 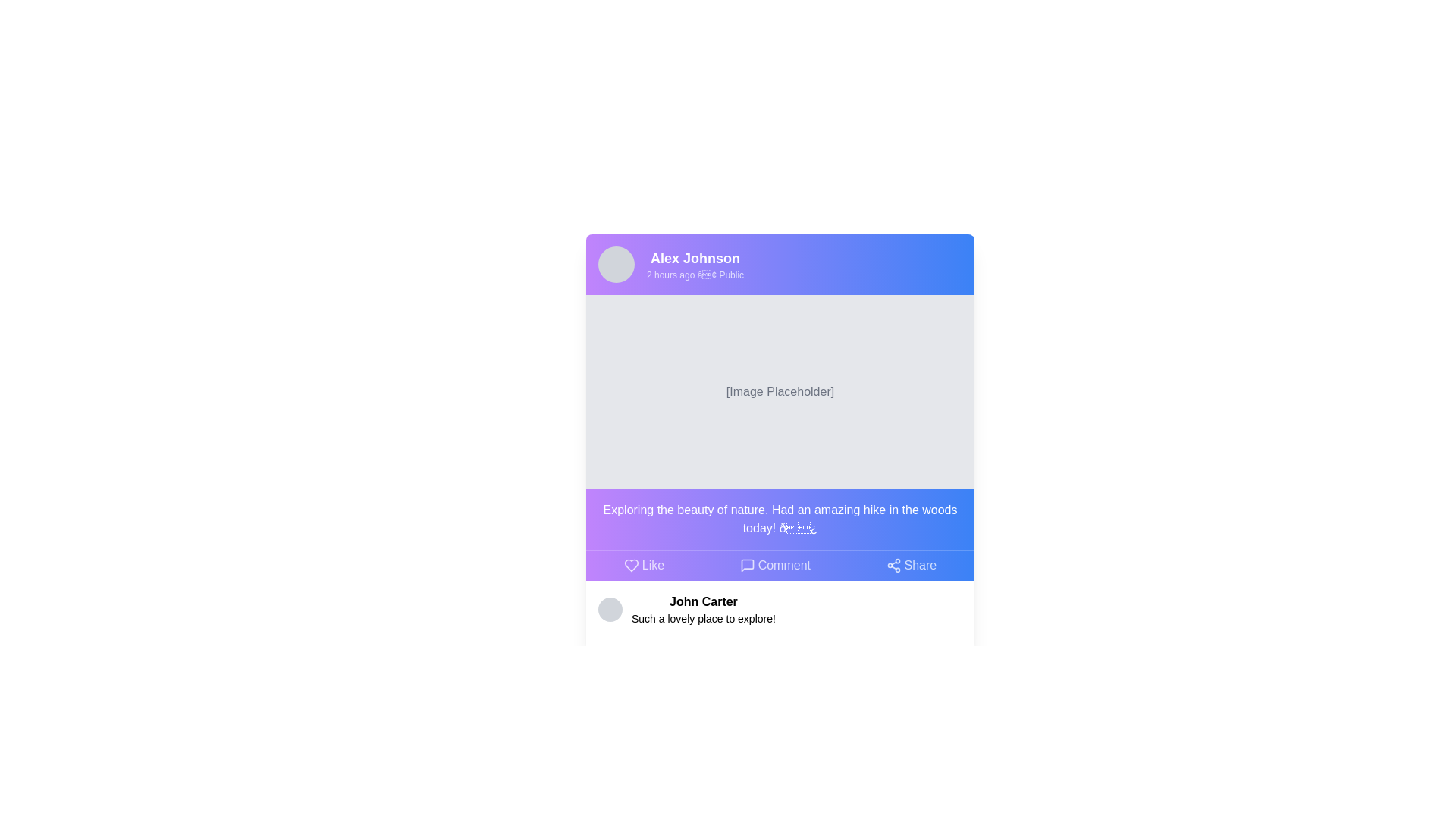 I want to click on the 'comment' SVG icon located centrally in the bottom part of the content area, next to the 'Comment' text label, so click(x=747, y=565).